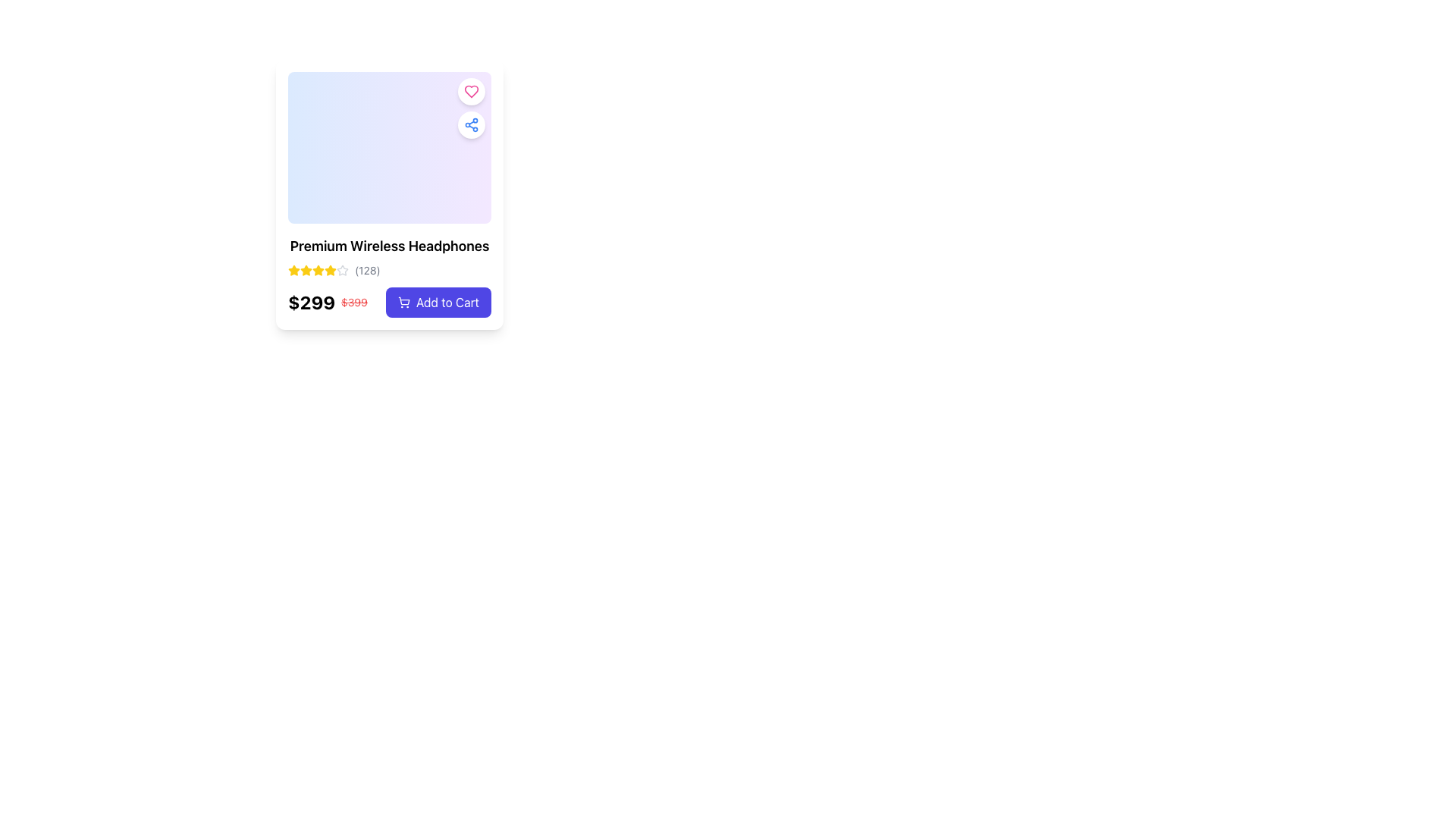  I want to click on the third yellow-colored star icon in the rating system located below the product title 'Premium Wireless Headphones' and above the price '$299', so click(305, 270).